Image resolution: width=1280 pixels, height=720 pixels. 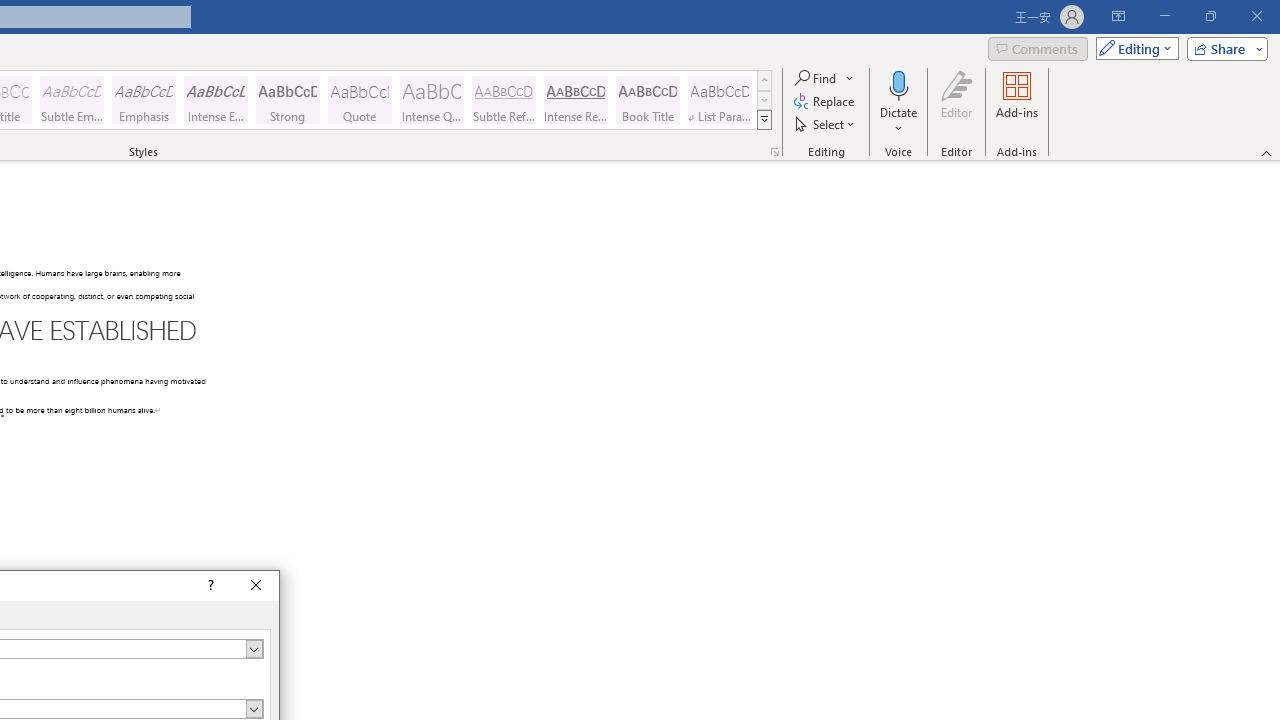 What do you see at coordinates (575, 100) in the screenshot?
I see `'Intense Reference'` at bounding box center [575, 100].